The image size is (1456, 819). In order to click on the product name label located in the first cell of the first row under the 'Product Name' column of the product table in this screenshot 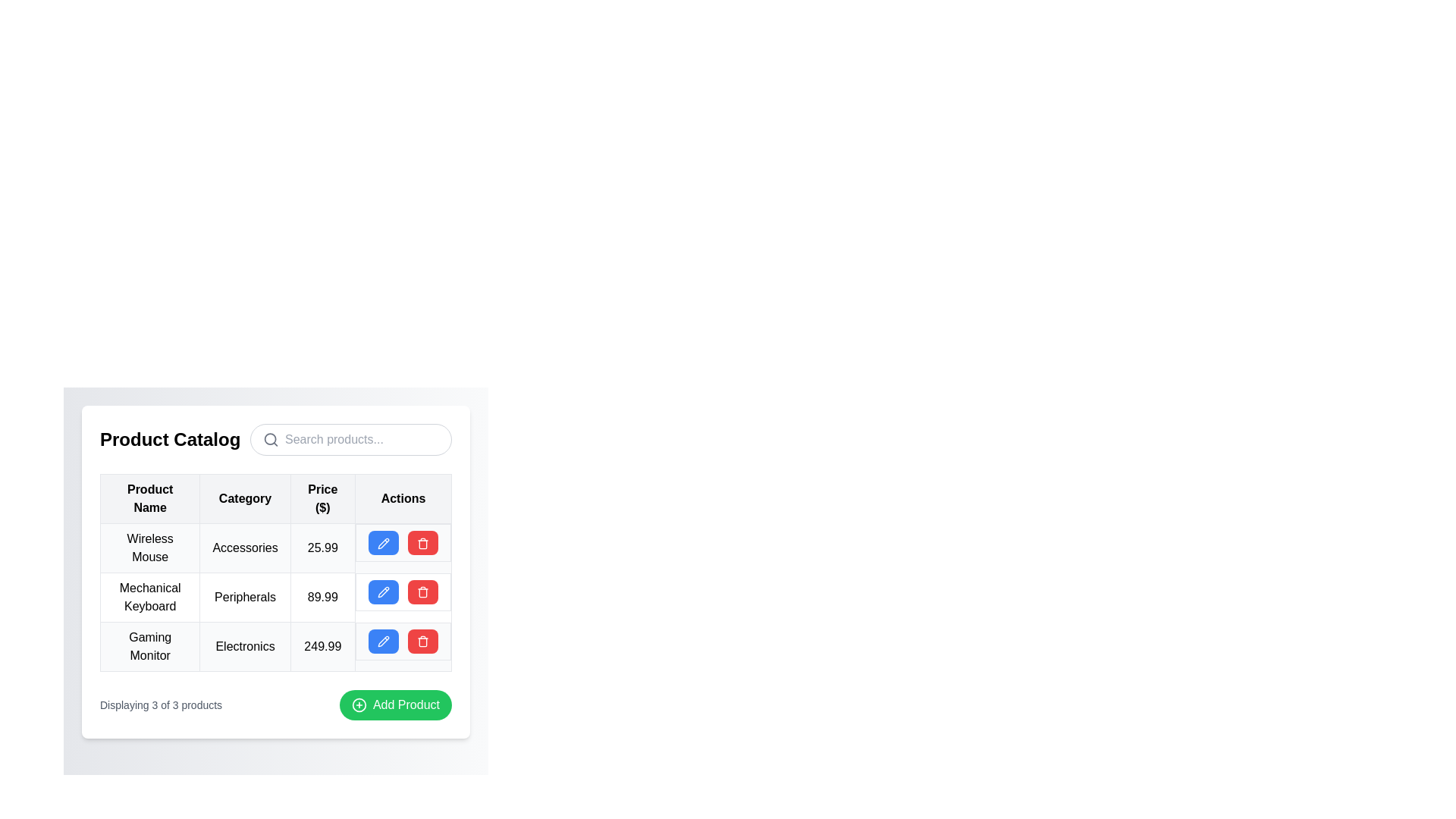, I will do `click(150, 548)`.